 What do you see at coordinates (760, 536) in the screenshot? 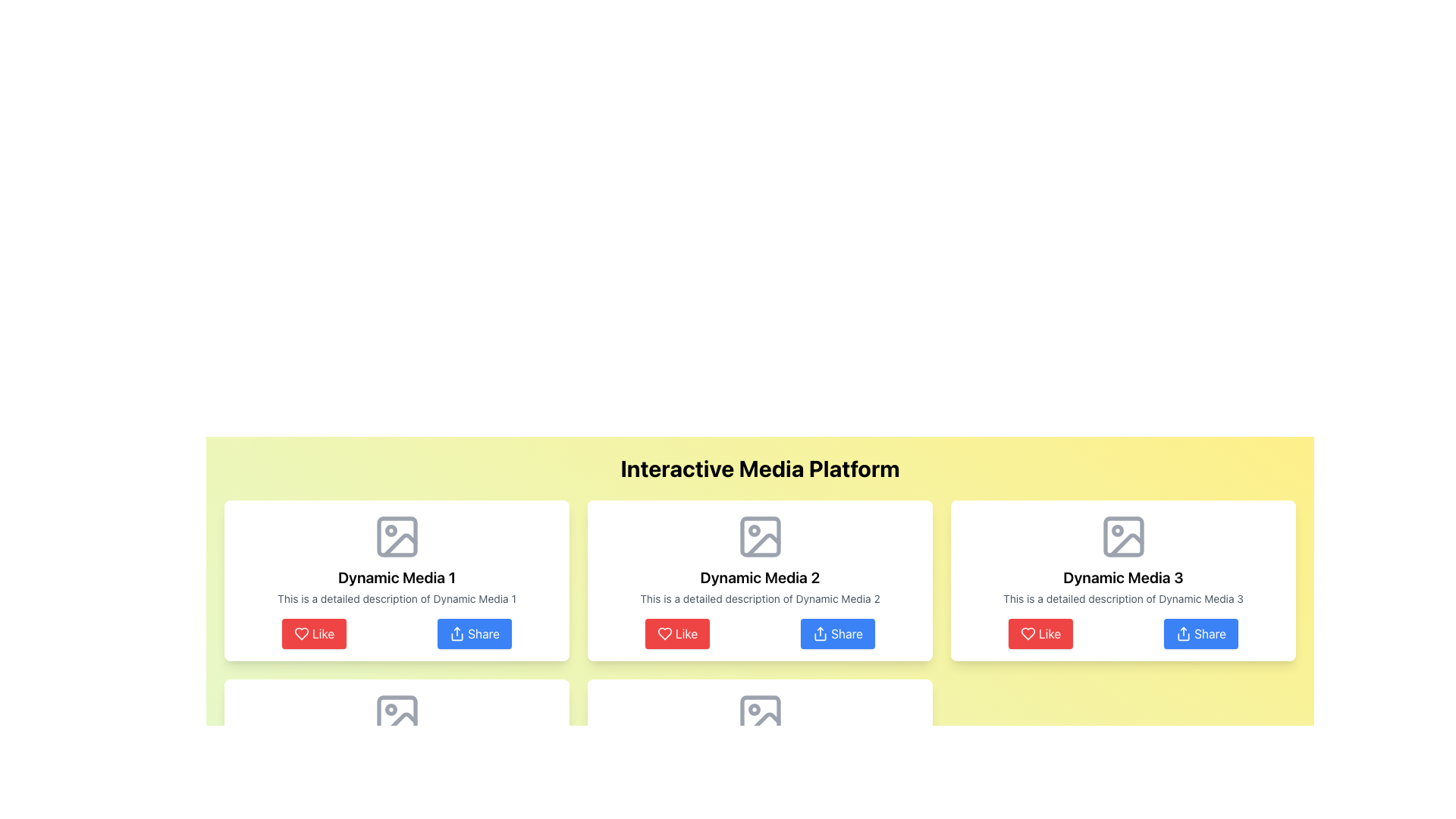
I see `the visual background element of the image icon at the top-center of the 'Dynamic Media 2' card, which is the bottom-most layer behind the small circle and diagonal line` at bounding box center [760, 536].